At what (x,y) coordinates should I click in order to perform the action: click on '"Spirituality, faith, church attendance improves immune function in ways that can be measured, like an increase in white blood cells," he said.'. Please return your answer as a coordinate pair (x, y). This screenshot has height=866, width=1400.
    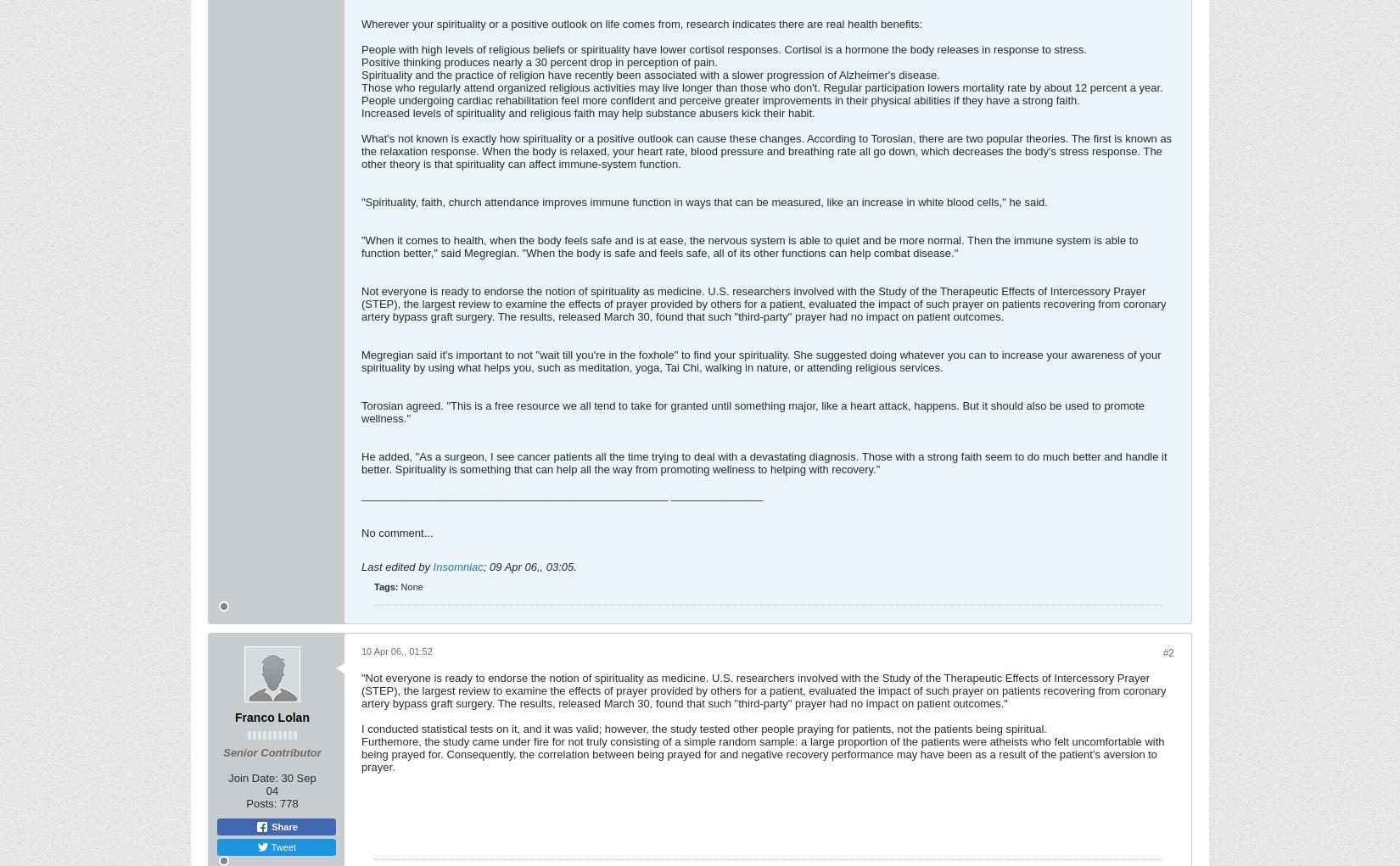
    Looking at the image, I should click on (703, 200).